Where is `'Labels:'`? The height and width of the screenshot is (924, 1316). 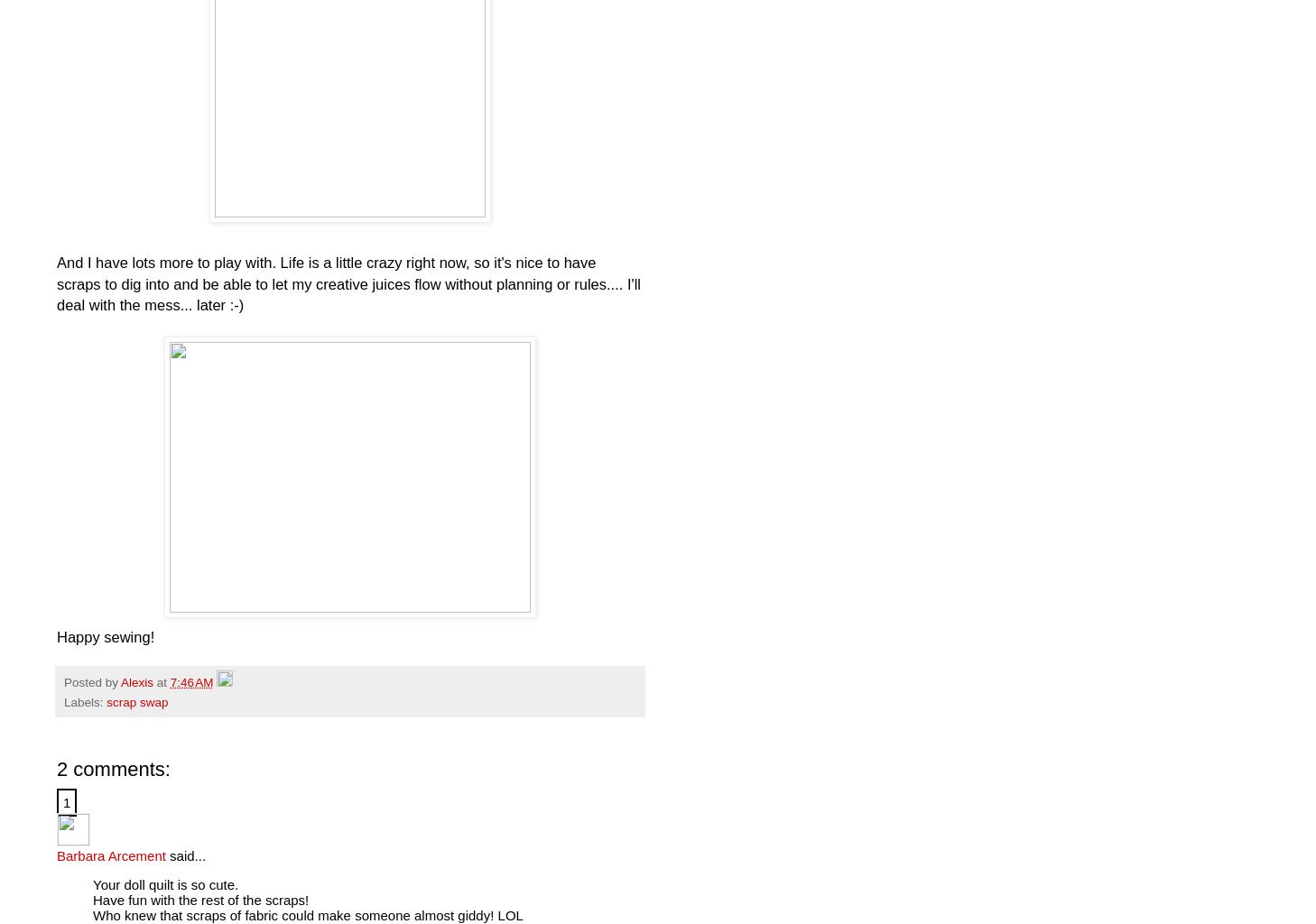 'Labels:' is located at coordinates (84, 701).